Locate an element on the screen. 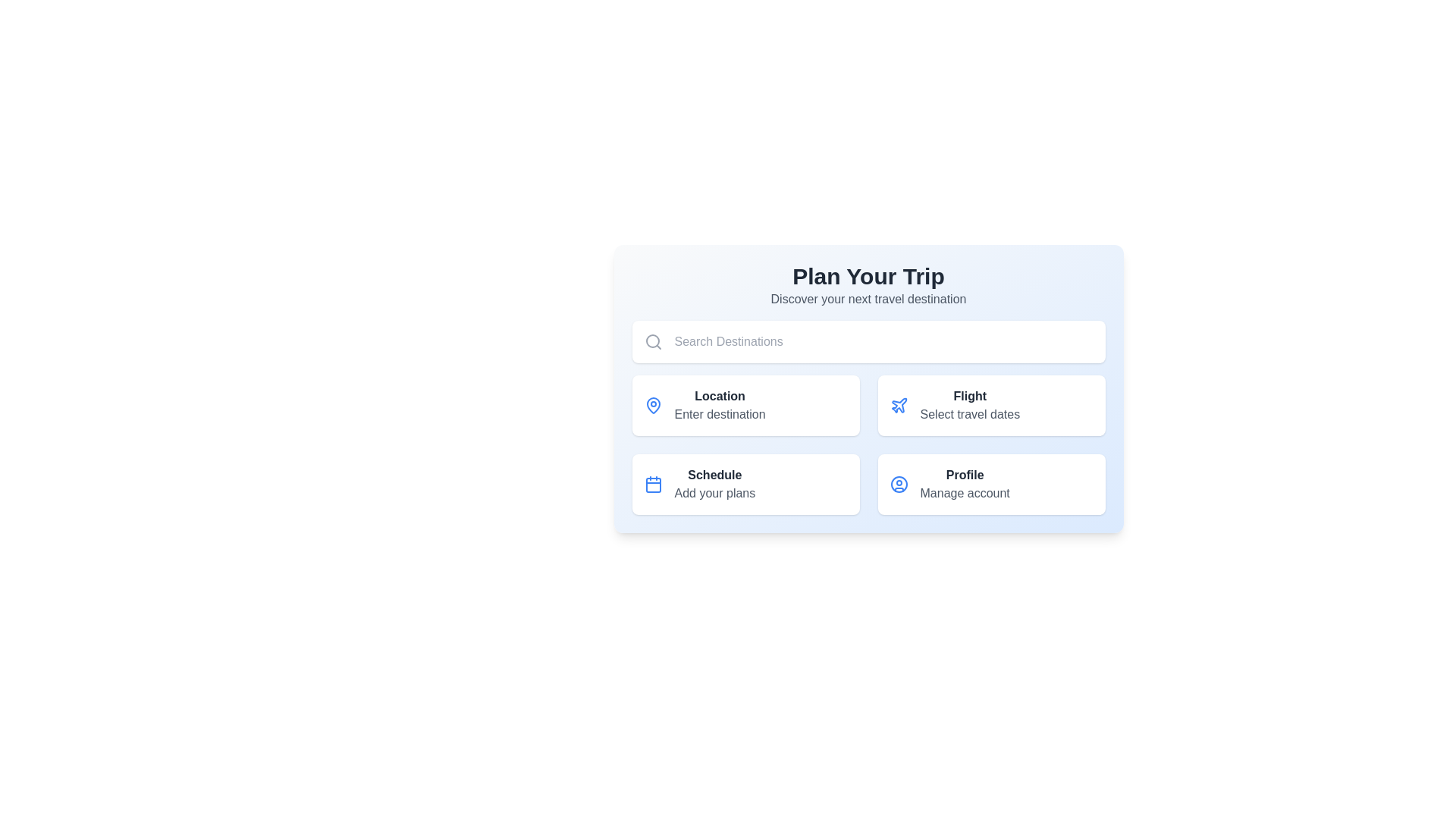 This screenshot has width=1456, height=819. the lower semicircular part of the blue pin-shaped icon within the 'Location' button located in the top-left quadrant of the interface is located at coordinates (653, 405).